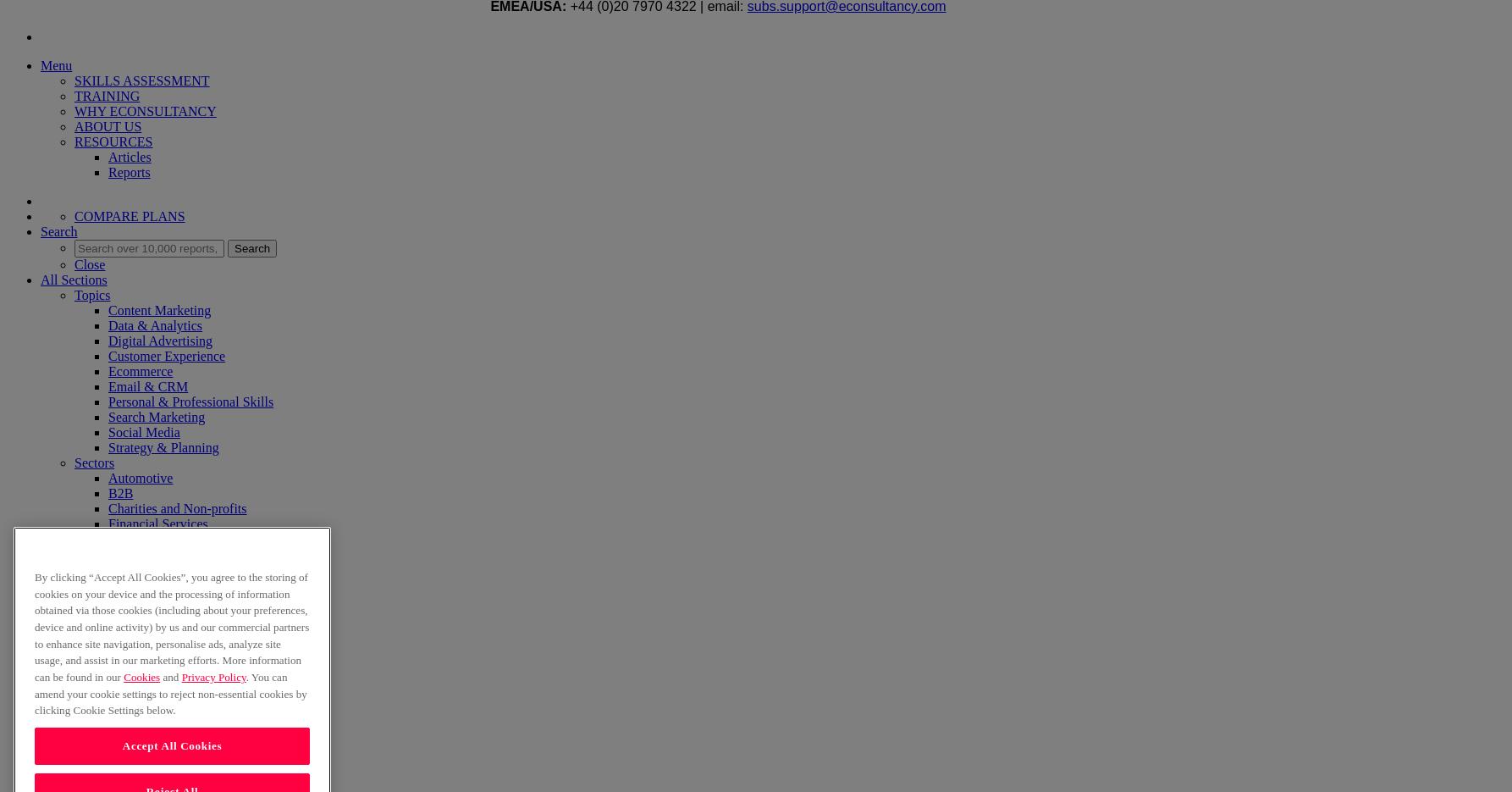  Describe the element at coordinates (143, 431) in the screenshot. I see `'Social Media'` at that location.